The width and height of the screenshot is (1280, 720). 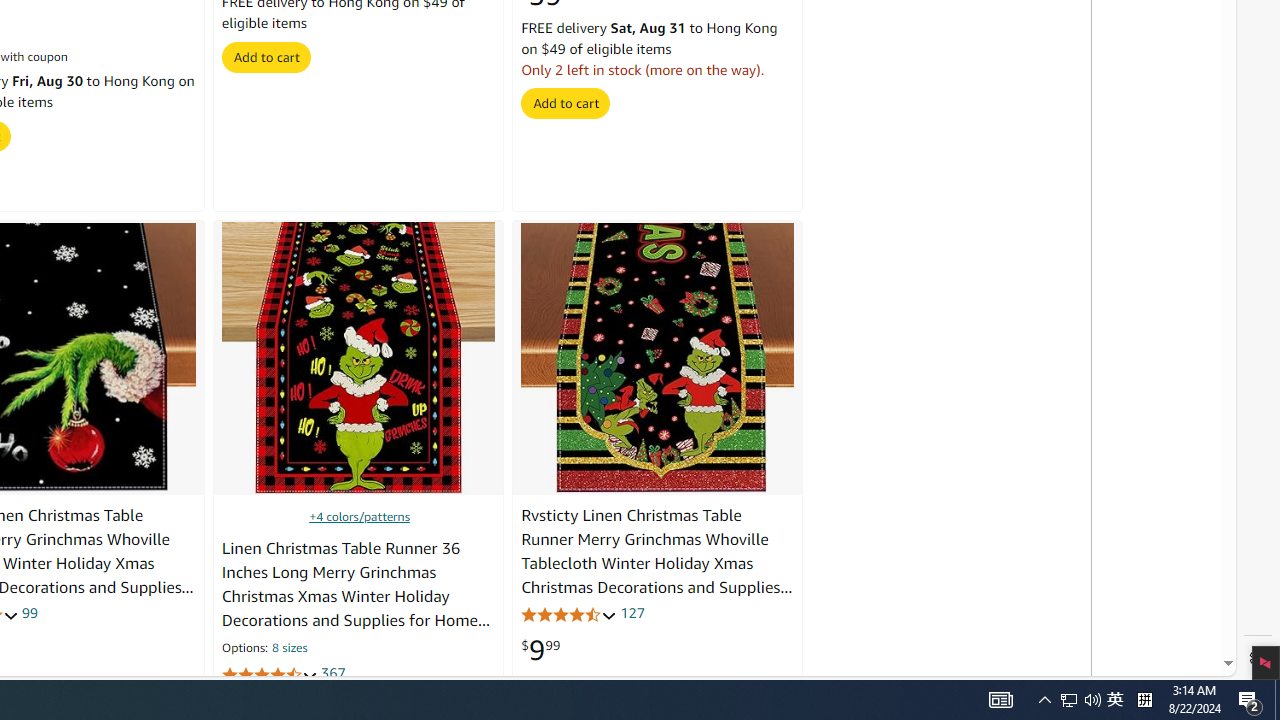 I want to click on '4.7 out of 5 stars', so click(x=268, y=675).